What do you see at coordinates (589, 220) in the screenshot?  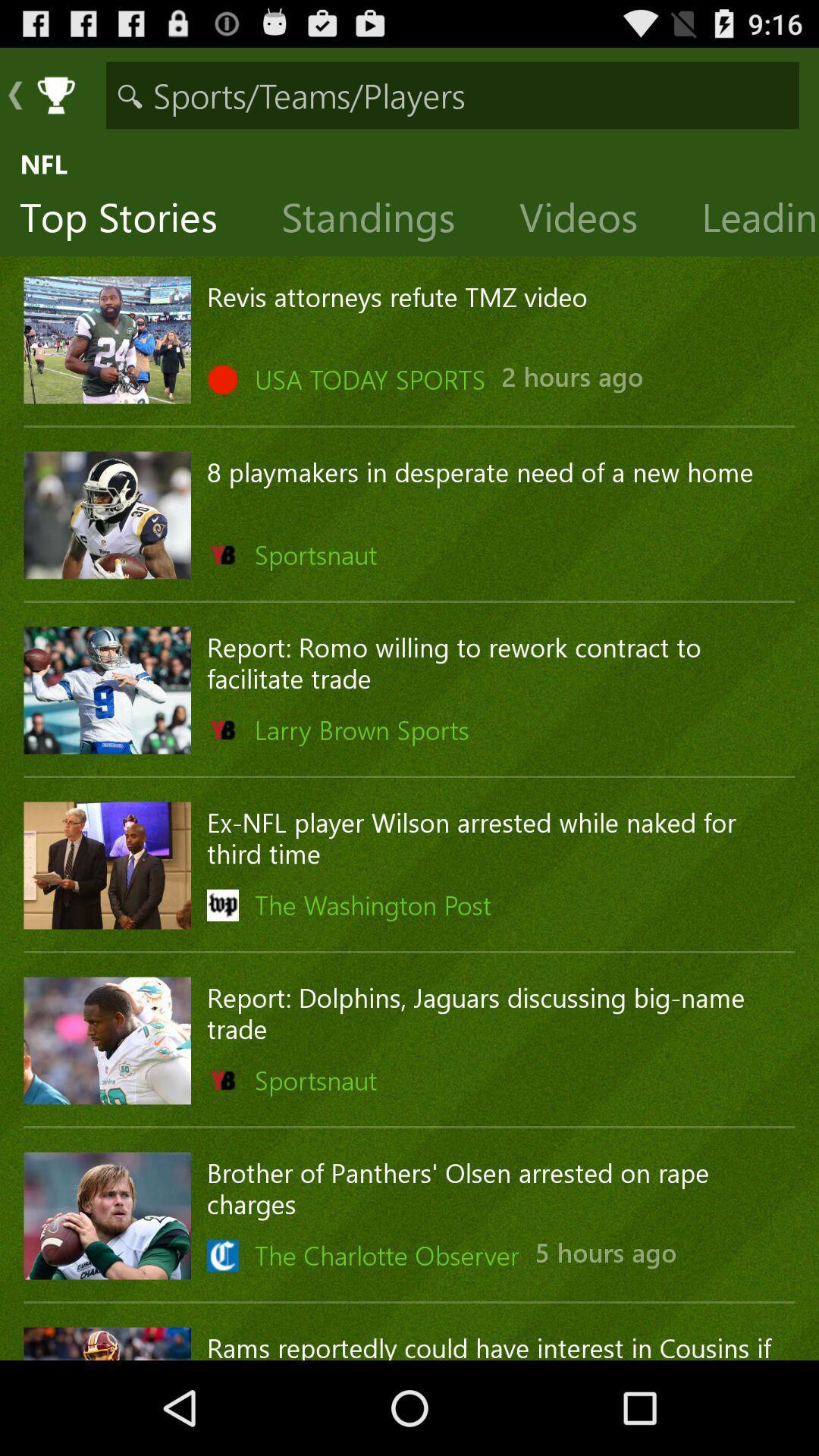 I see `the item above revis attorneys refute icon` at bounding box center [589, 220].